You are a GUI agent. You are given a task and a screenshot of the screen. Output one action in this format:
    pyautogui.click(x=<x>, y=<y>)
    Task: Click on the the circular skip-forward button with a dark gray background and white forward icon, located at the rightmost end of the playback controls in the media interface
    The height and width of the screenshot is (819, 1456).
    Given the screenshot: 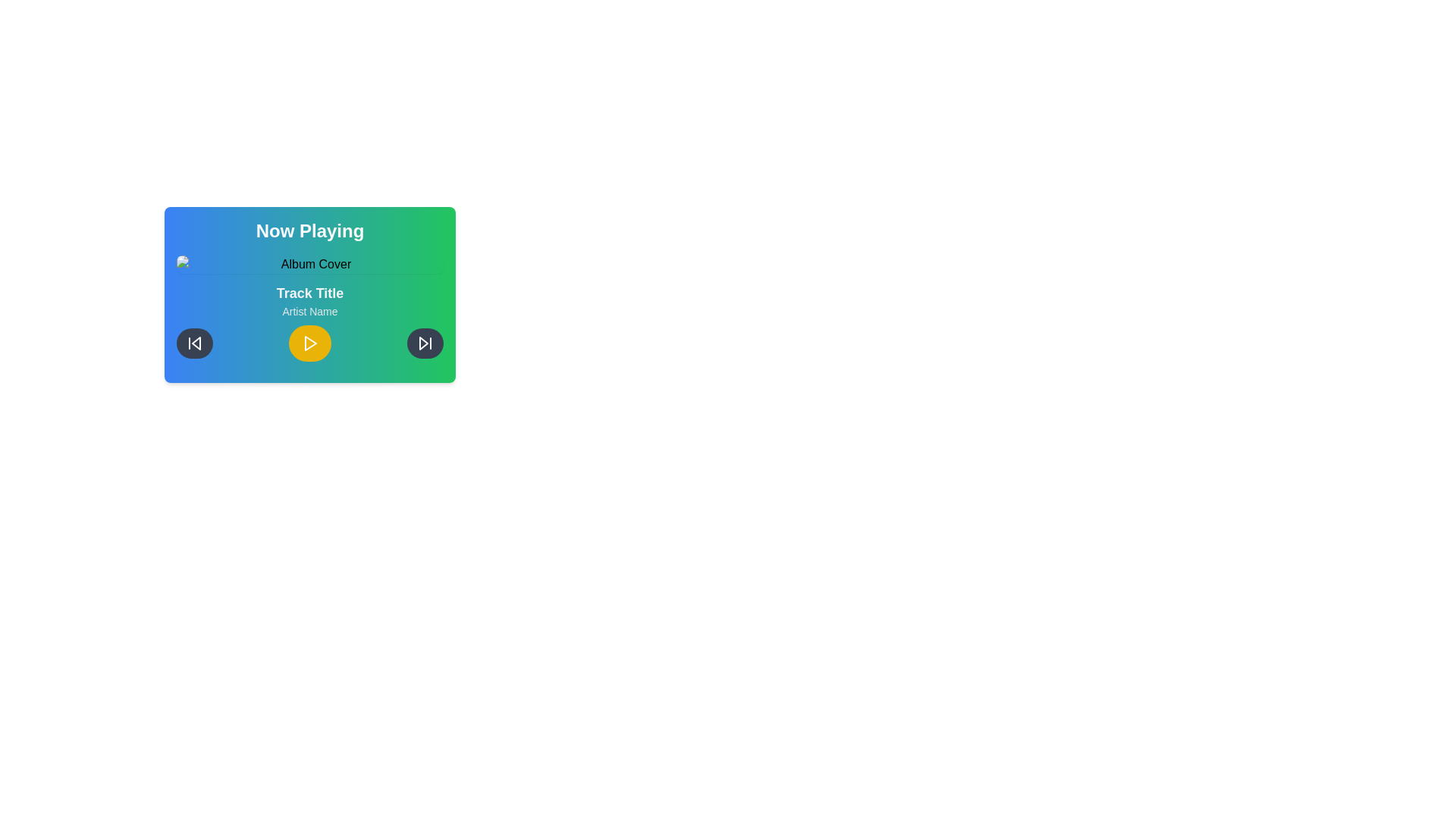 What is the action you would take?
    pyautogui.click(x=425, y=343)
    